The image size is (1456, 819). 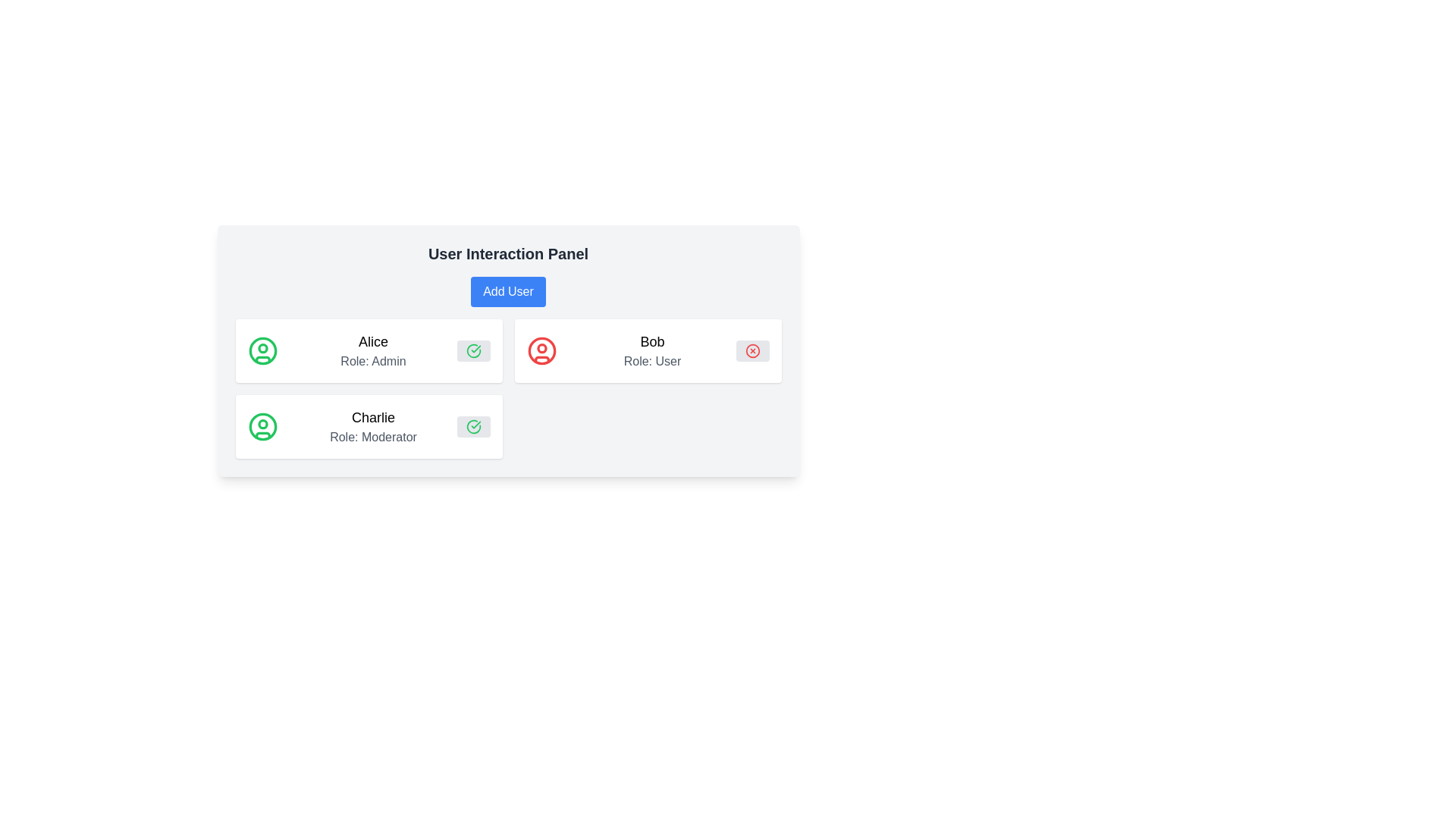 What do you see at coordinates (262, 350) in the screenshot?
I see `the circular component within Alice's profile icon in the User Interaction Panel, which is styled in green and represents the admin role` at bounding box center [262, 350].